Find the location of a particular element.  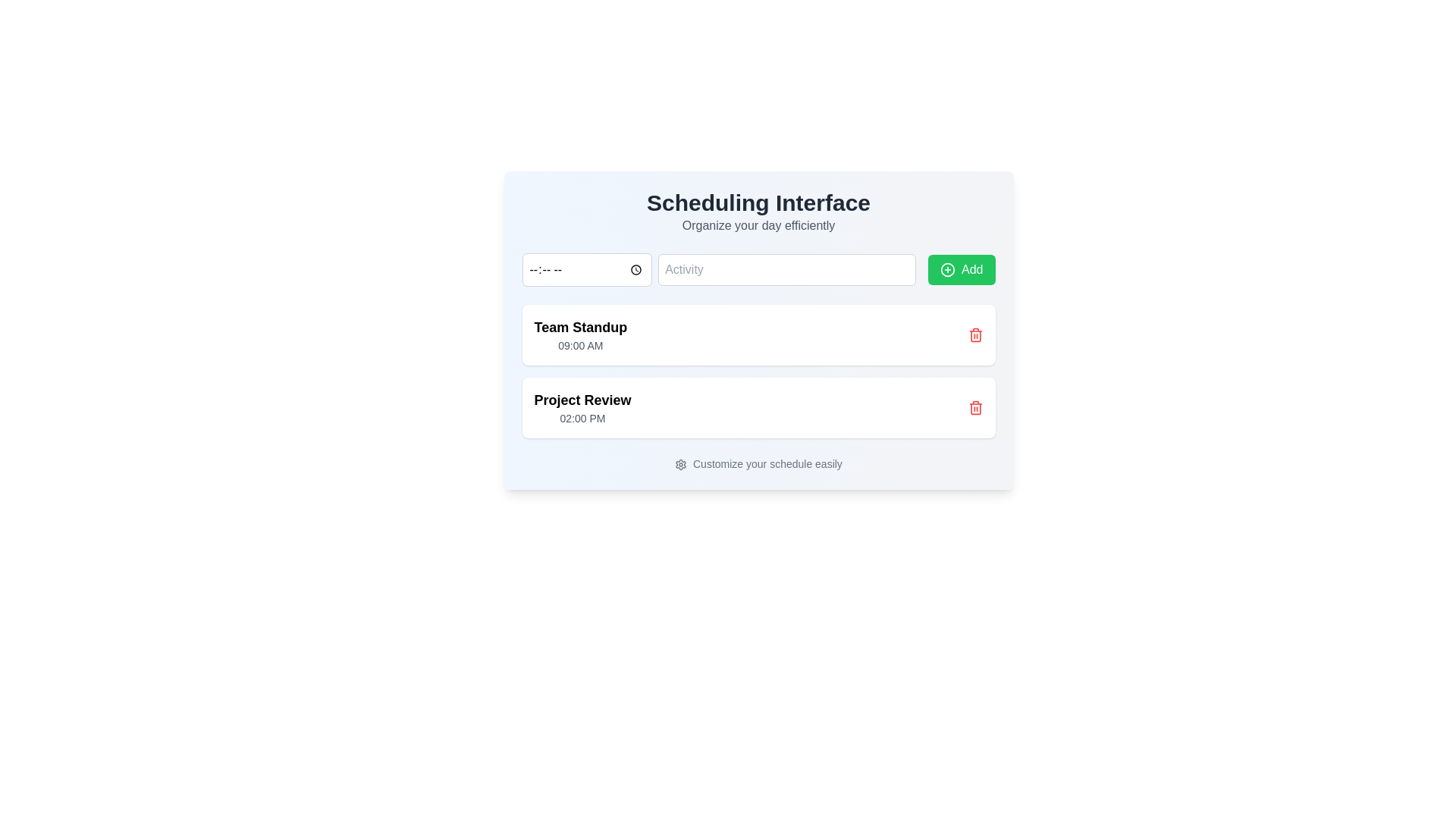

the 'Project Review' text block, which displays a bolded title and a timestamp is located at coordinates (582, 406).